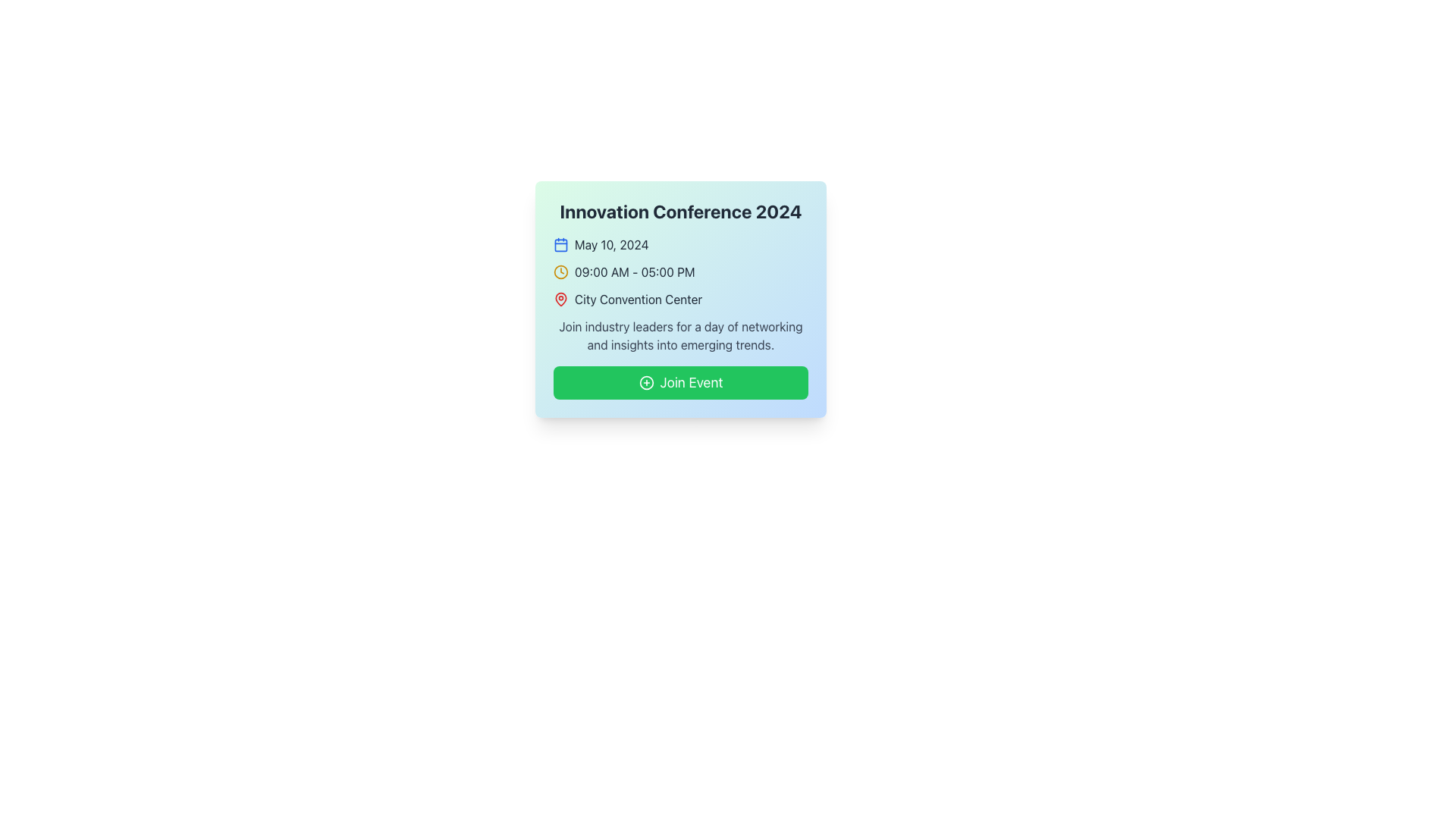 This screenshot has height=819, width=1456. Describe the element at coordinates (679, 335) in the screenshot. I see `the multi-line text block that contains the message about networking and insights, located above the 'Join Event' button` at that location.